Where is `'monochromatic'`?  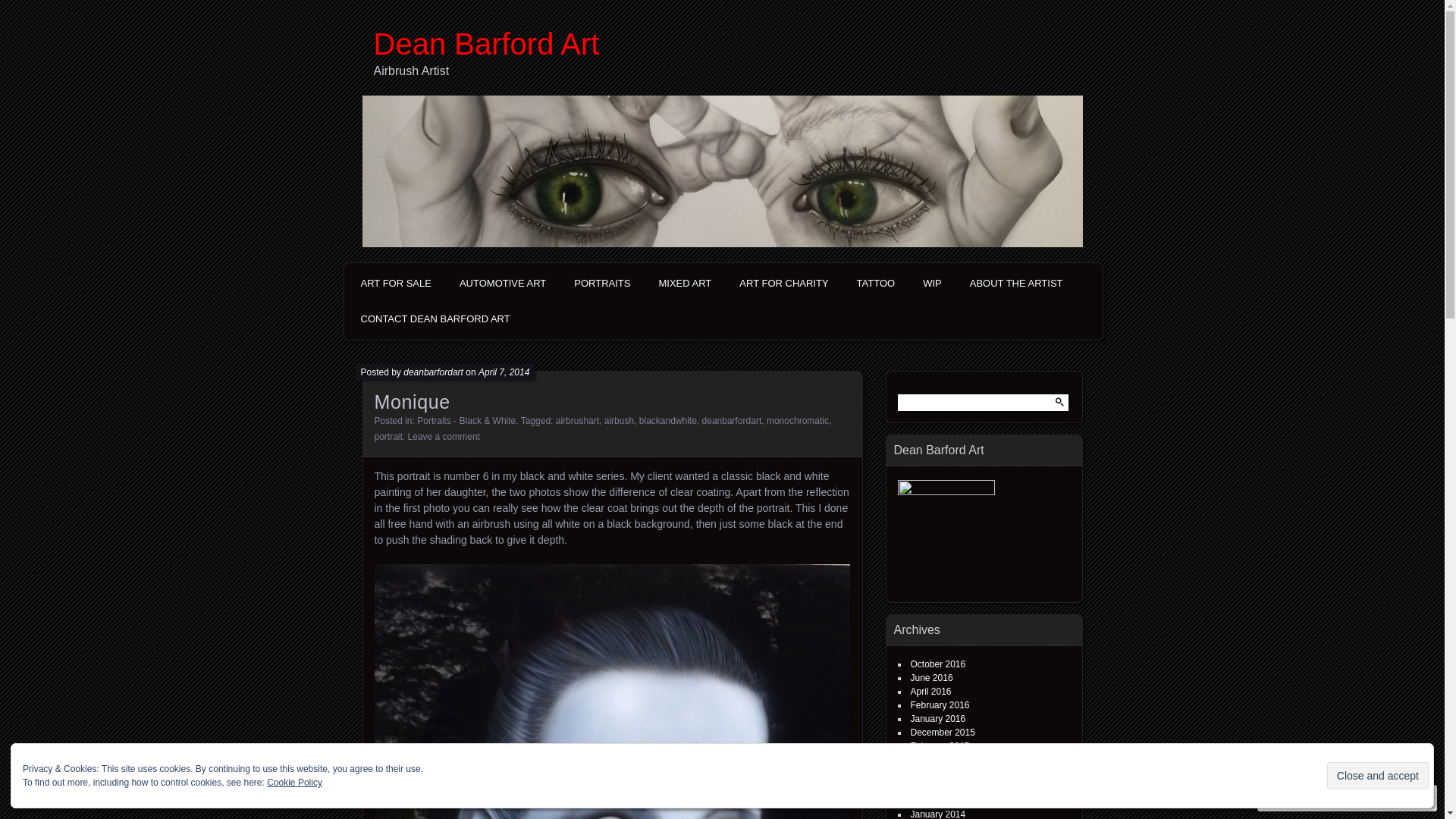 'monochromatic' is located at coordinates (796, 421).